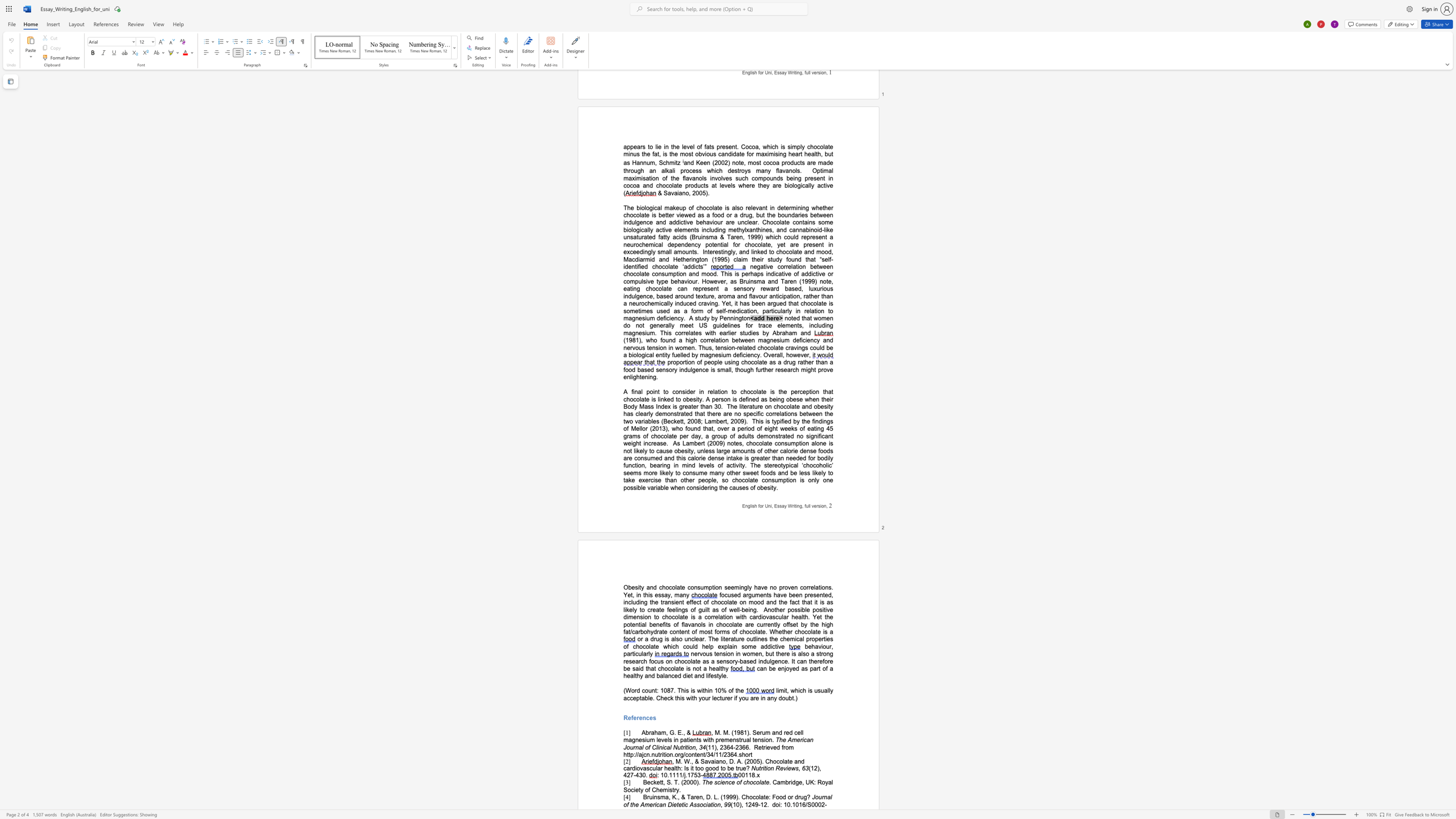 The height and width of the screenshot is (819, 1456). What do you see at coordinates (704, 587) in the screenshot?
I see `the space between the continuous character "u" and "m" in the text` at bounding box center [704, 587].